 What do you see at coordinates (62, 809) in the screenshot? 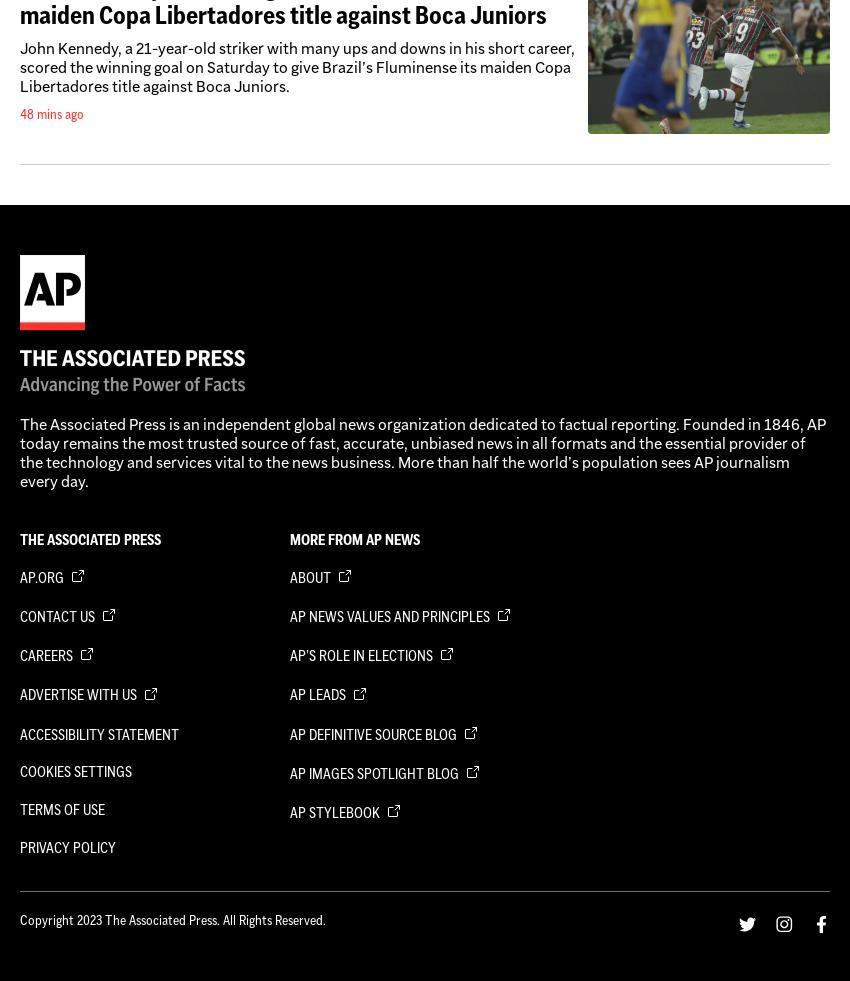
I see `'Terms of Use'` at bounding box center [62, 809].